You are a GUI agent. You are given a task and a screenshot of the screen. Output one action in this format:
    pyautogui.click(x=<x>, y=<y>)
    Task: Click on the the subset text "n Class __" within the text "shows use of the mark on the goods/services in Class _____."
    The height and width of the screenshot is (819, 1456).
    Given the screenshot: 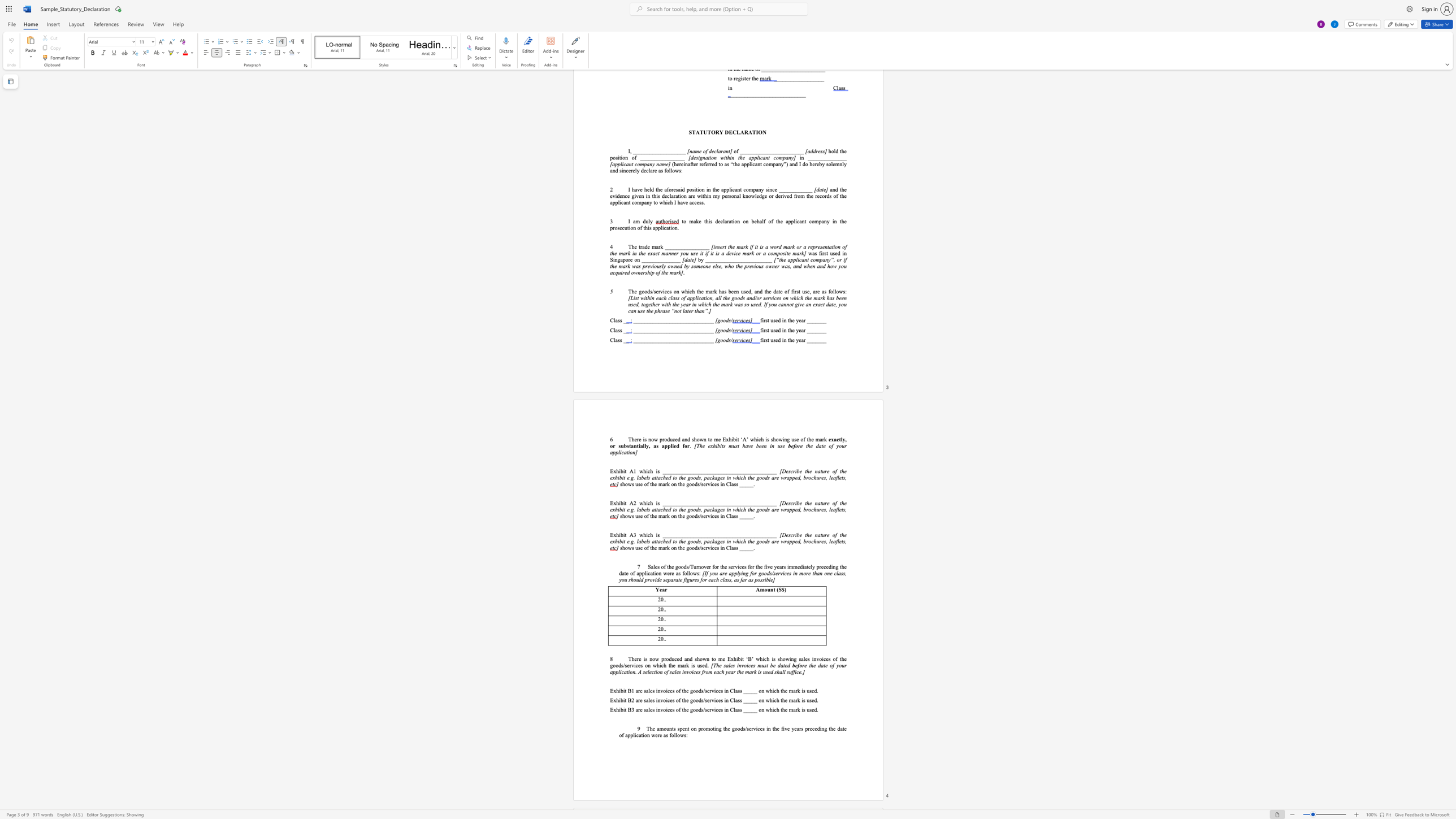 What is the action you would take?
    pyautogui.click(x=721, y=515)
    